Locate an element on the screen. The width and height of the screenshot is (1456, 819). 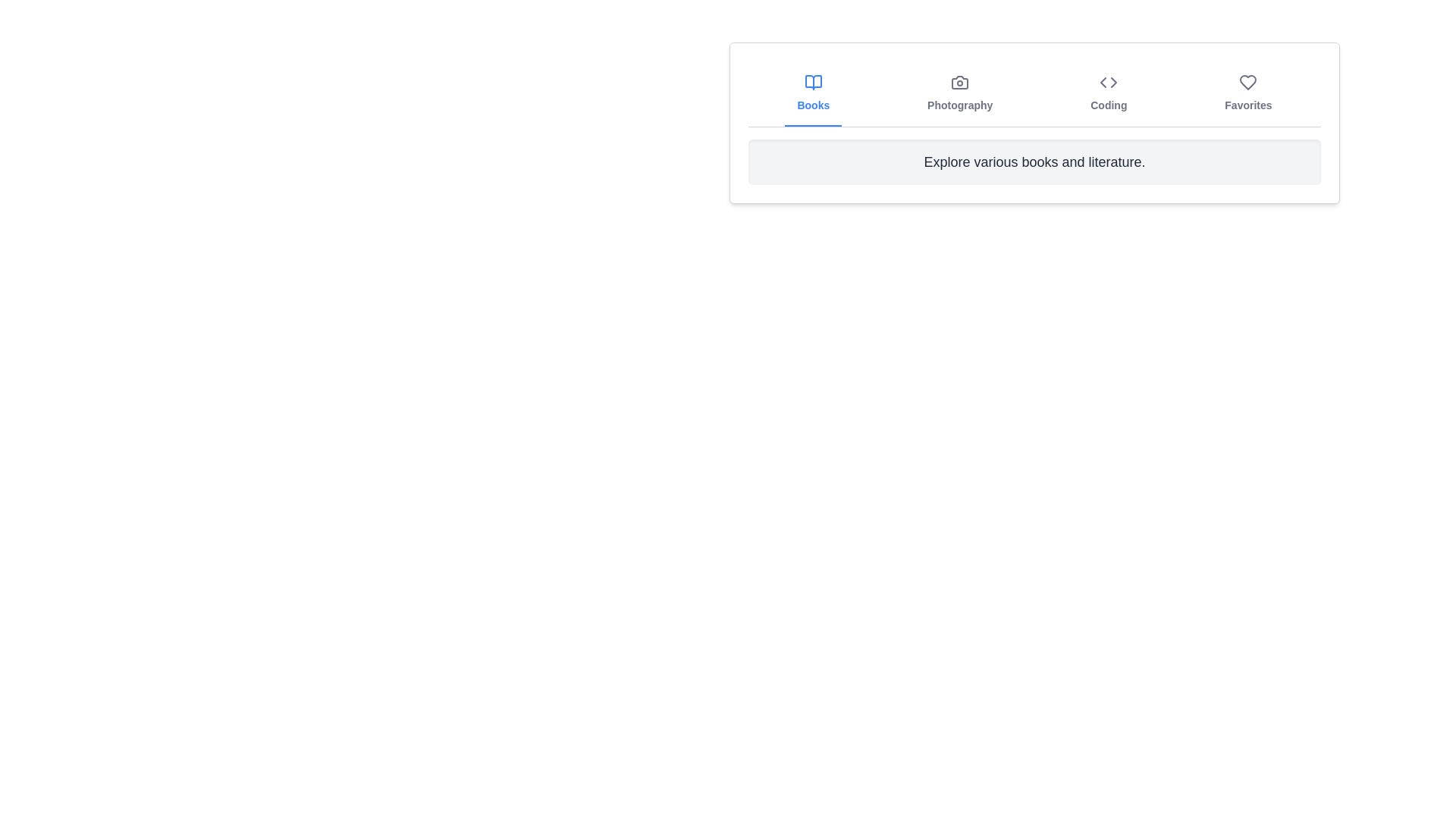
the 'Books' icon in the navigation bar is located at coordinates (812, 82).